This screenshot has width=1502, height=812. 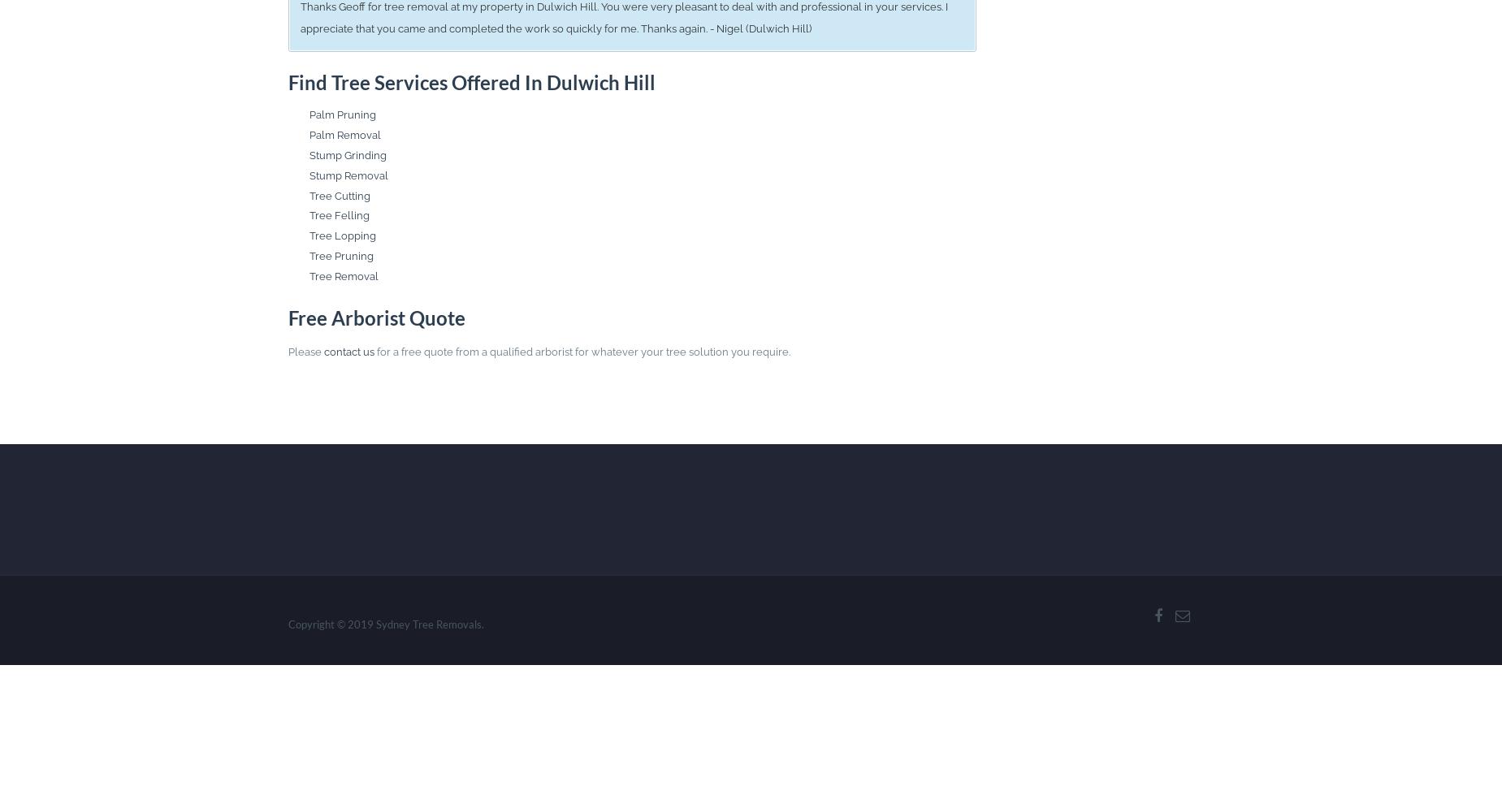 I want to click on 'Stump Removal', so click(x=347, y=174).